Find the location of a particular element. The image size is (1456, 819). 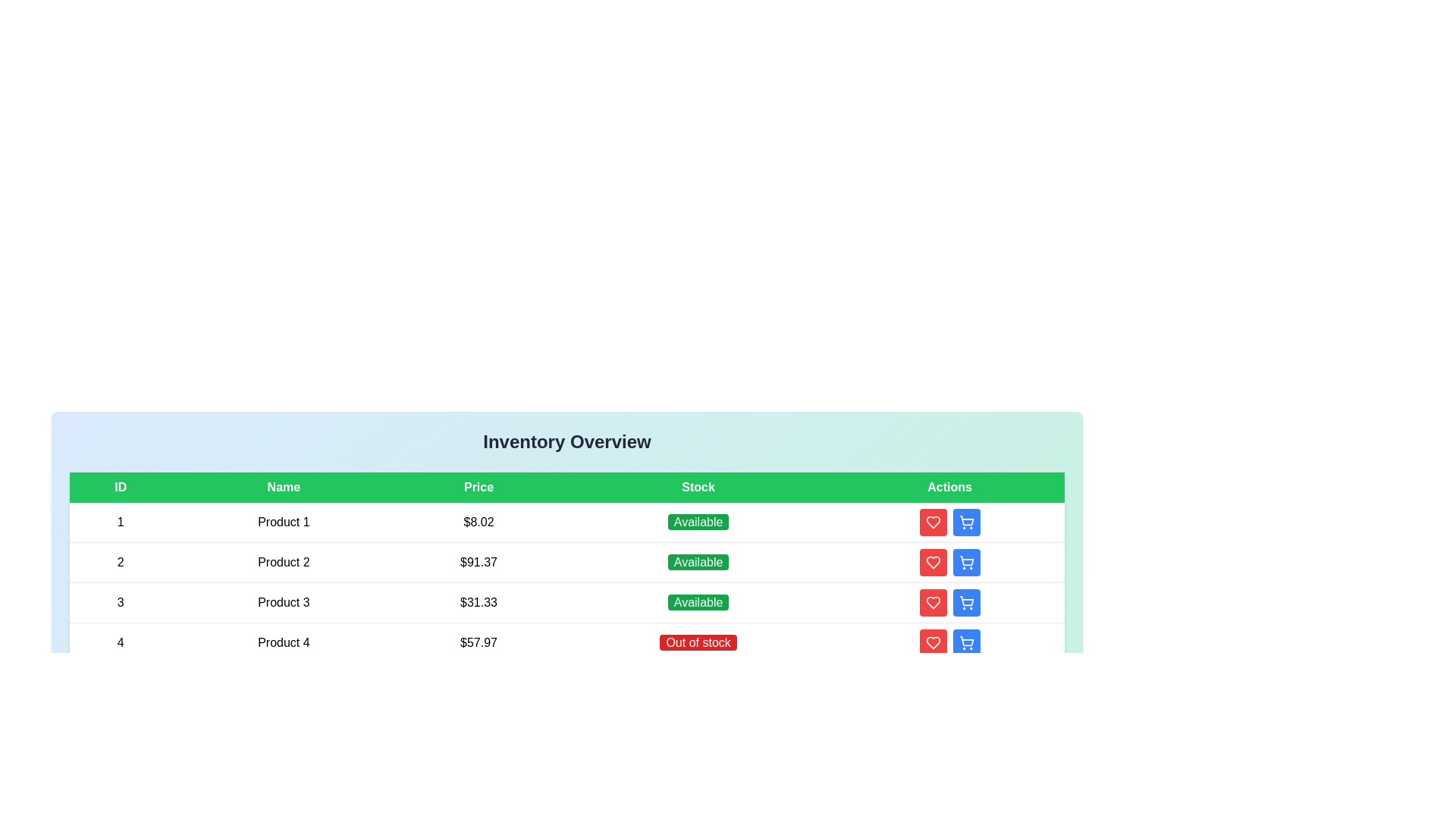

'Add to Cart' button for the product with ID 1 is located at coordinates (965, 522).